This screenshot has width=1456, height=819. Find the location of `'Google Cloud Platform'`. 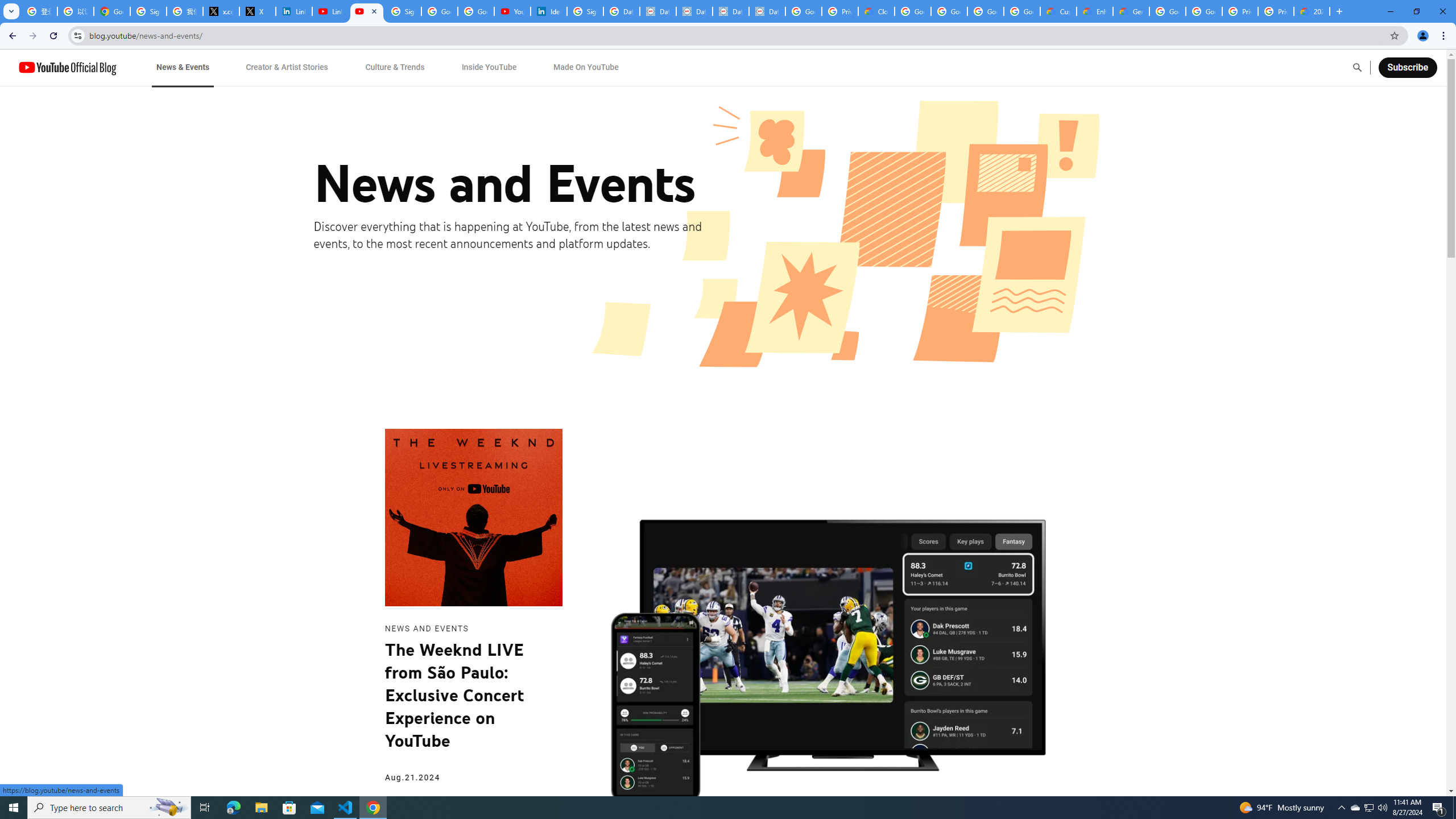

'Google Cloud Platform' is located at coordinates (1168, 11).